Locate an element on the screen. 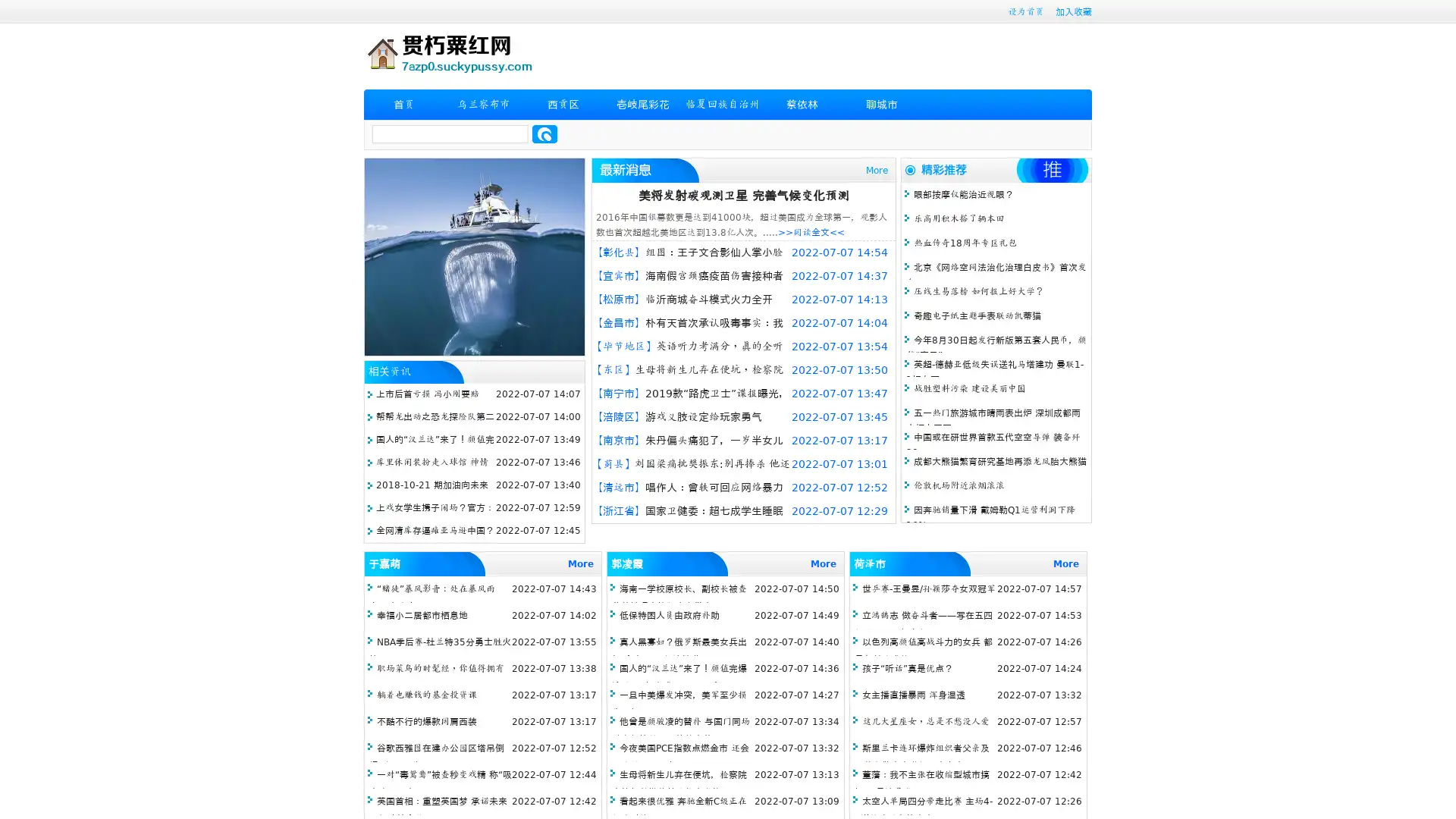  Search is located at coordinates (544, 133).